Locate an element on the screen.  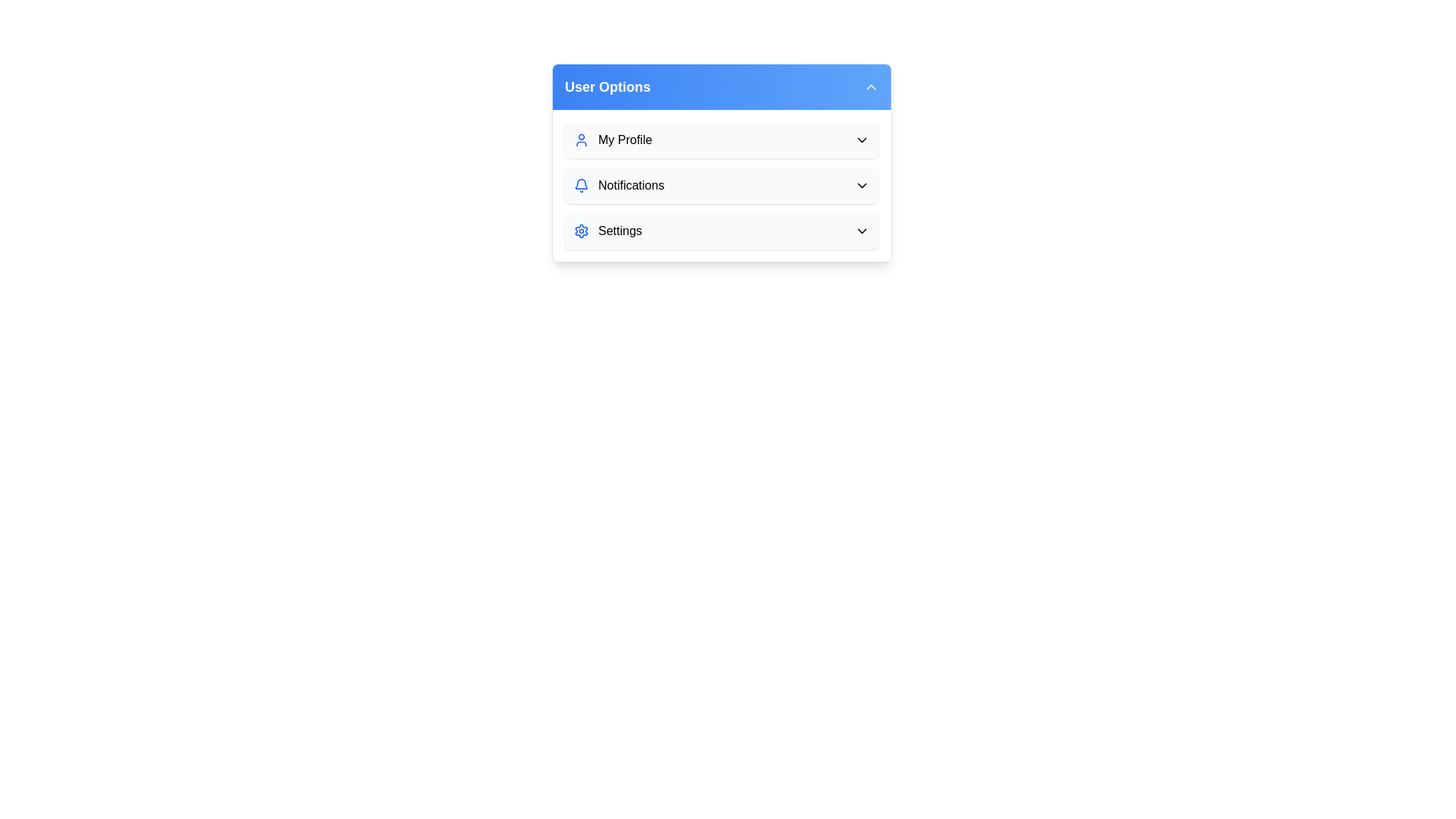
the notifications icon, which visually represents the notifications option in the user interface and is positioned at the leftmost part of the Notifications section is located at coordinates (581, 185).